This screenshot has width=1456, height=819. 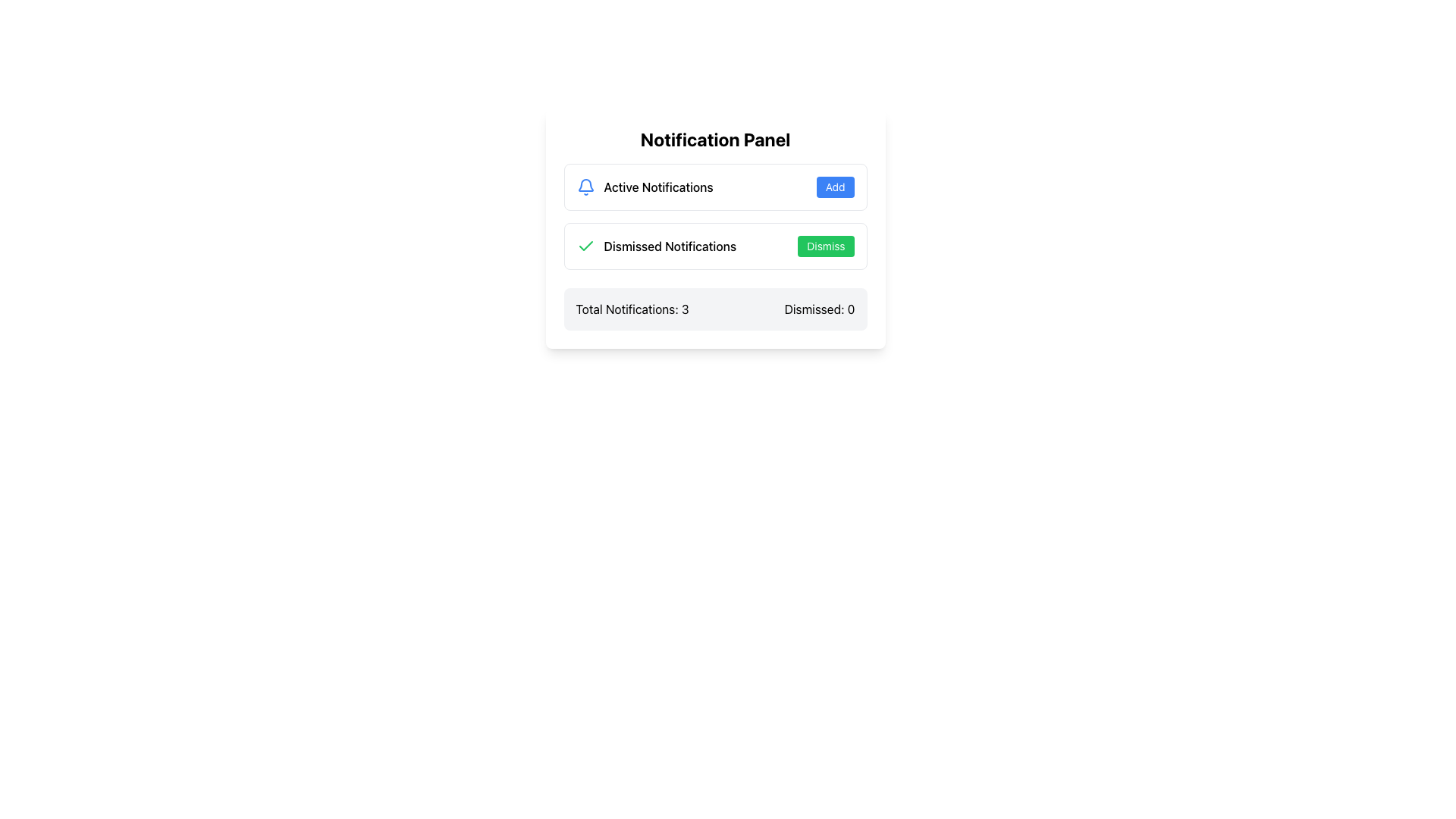 I want to click on the Label with a green checkmark icon indicating dismissed notifications, located in the middle of the interface within a notification card, to the left of the 'Dismiss' button, so click(x=656, y=245).